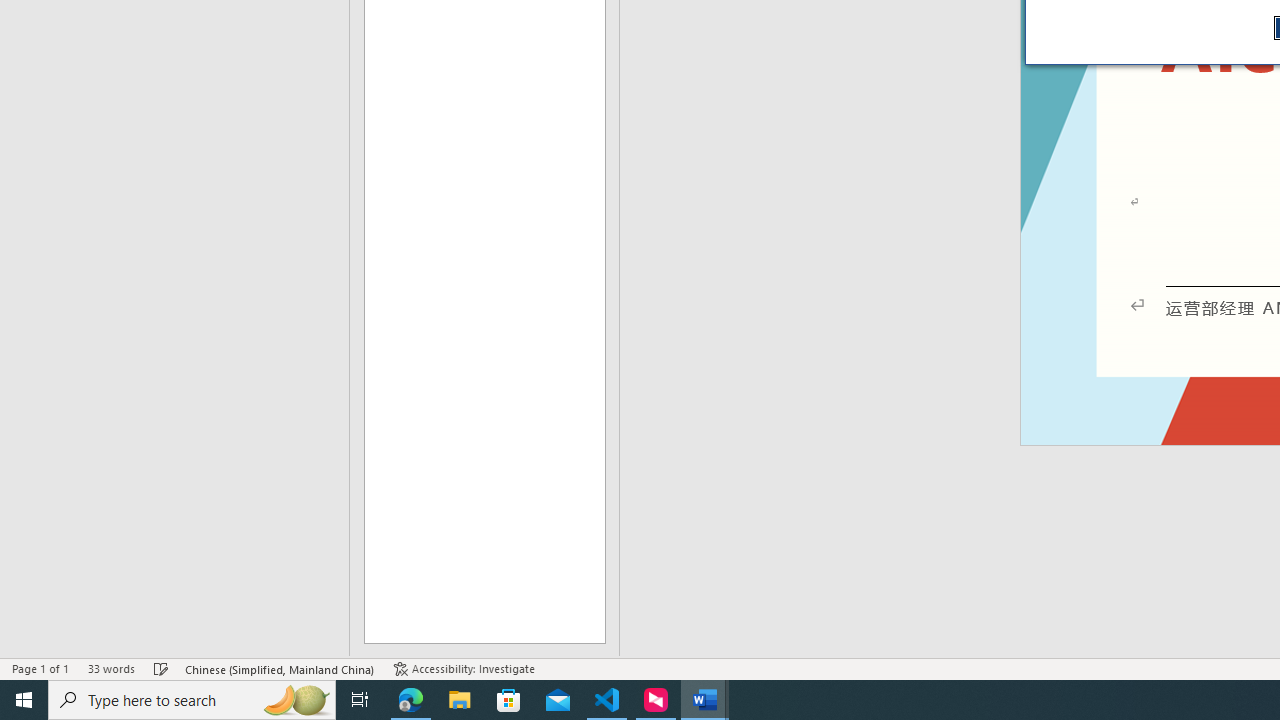  I want to click on 'Task View', so click(359, 698).